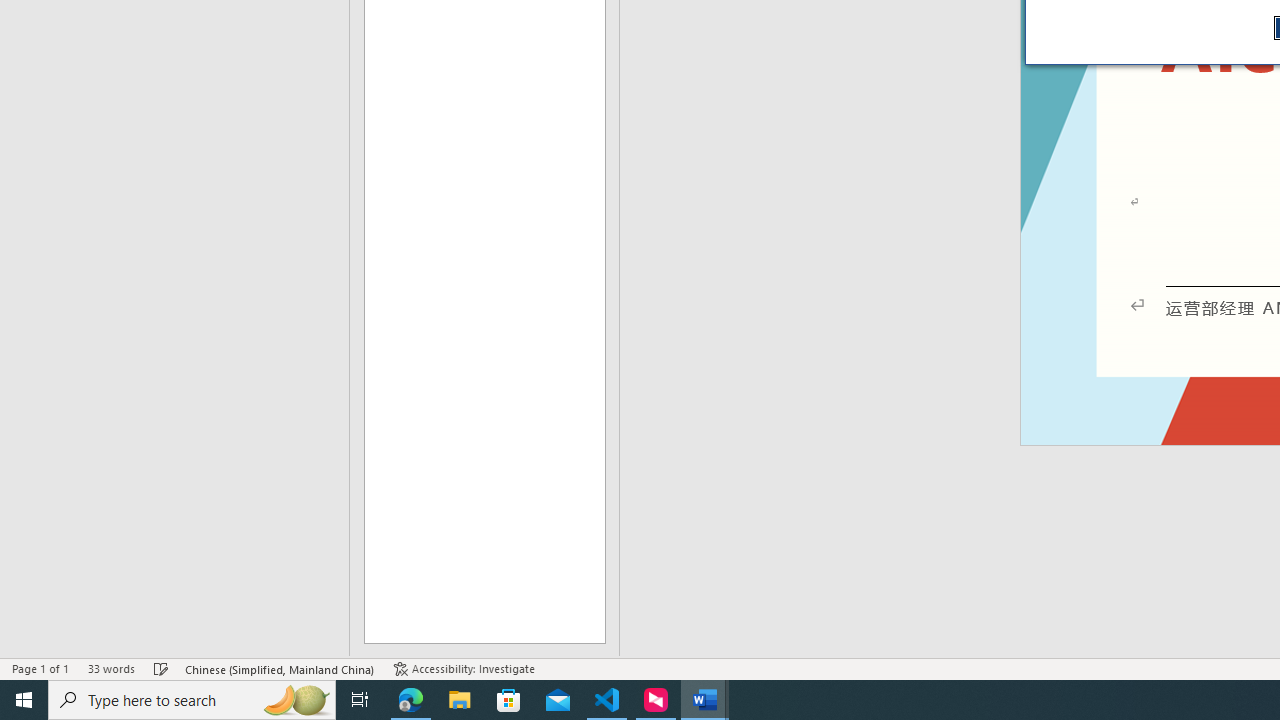  I want to click on 'Task View', so click(359, 698).